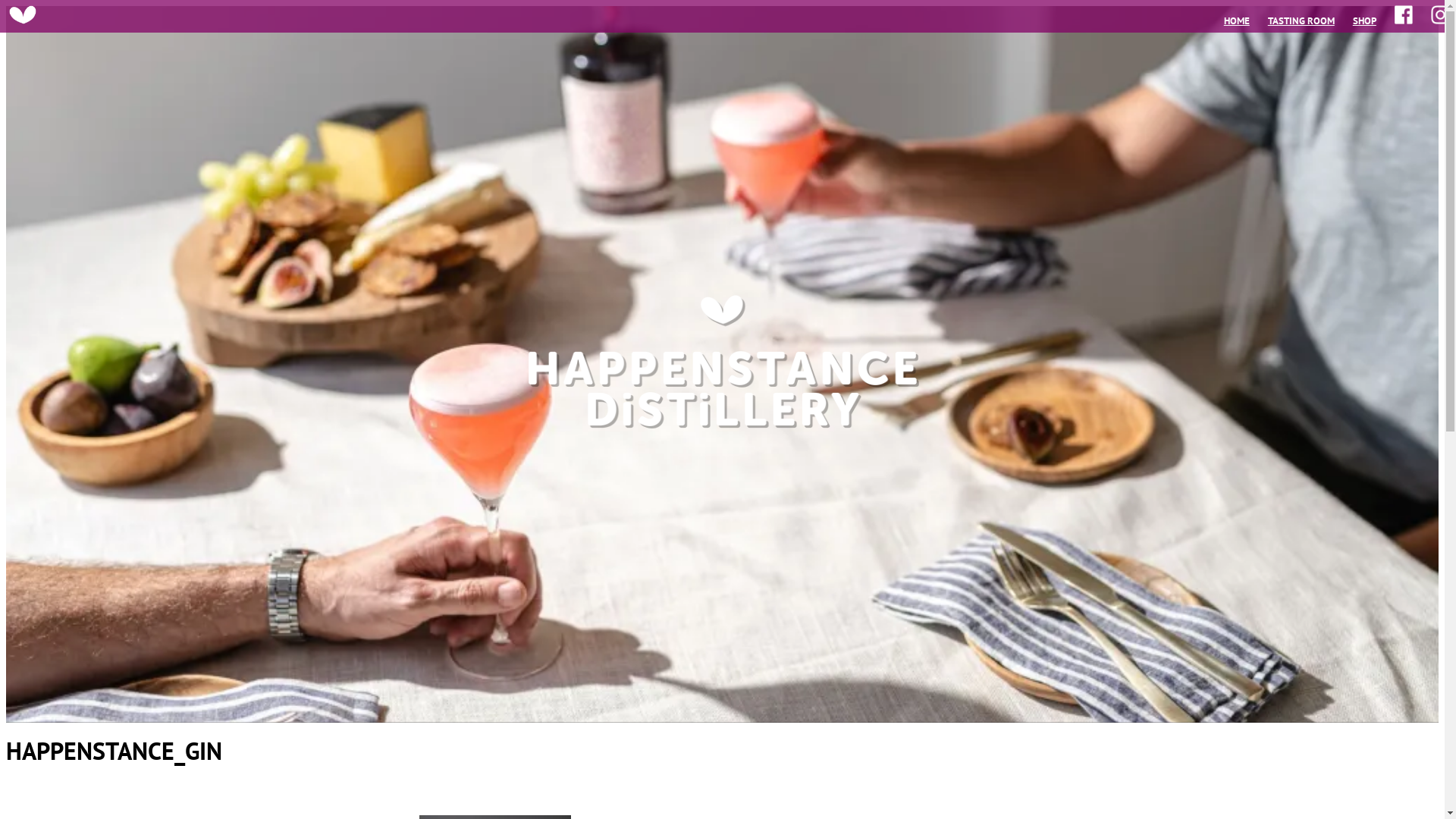 The image size is (1456, 819). Describe the element at coordinates (1237, 20) in the screenshot. I see `'HOME'` at that location.